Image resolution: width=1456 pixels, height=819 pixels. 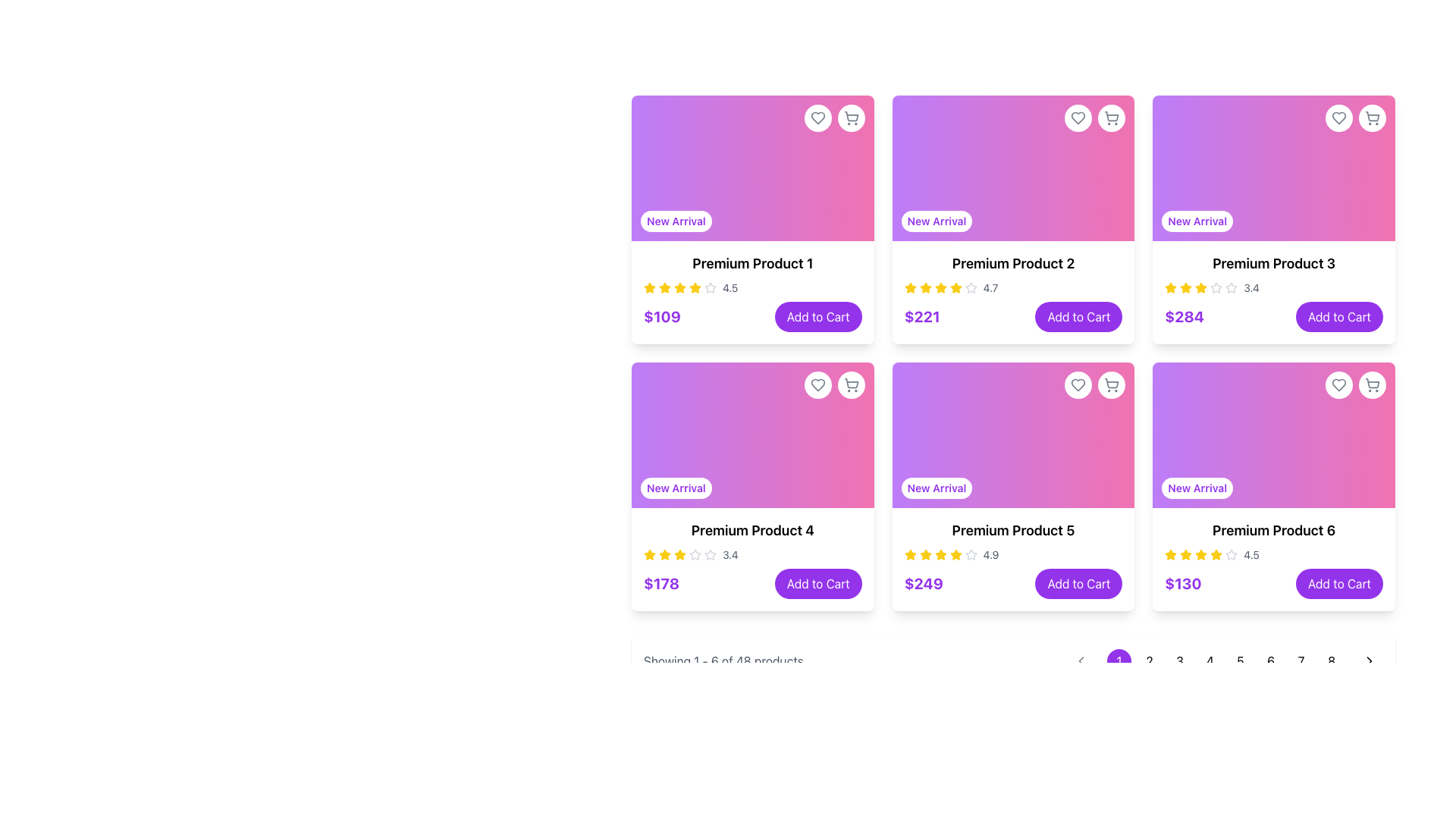 What do you see at coordinates (650, 288) in the screenshot?
I see `the first yellow star icon in the rating group for 'Premium Product 1' located in the top-left card among a grid of cards` at bounding box center [650, 288].